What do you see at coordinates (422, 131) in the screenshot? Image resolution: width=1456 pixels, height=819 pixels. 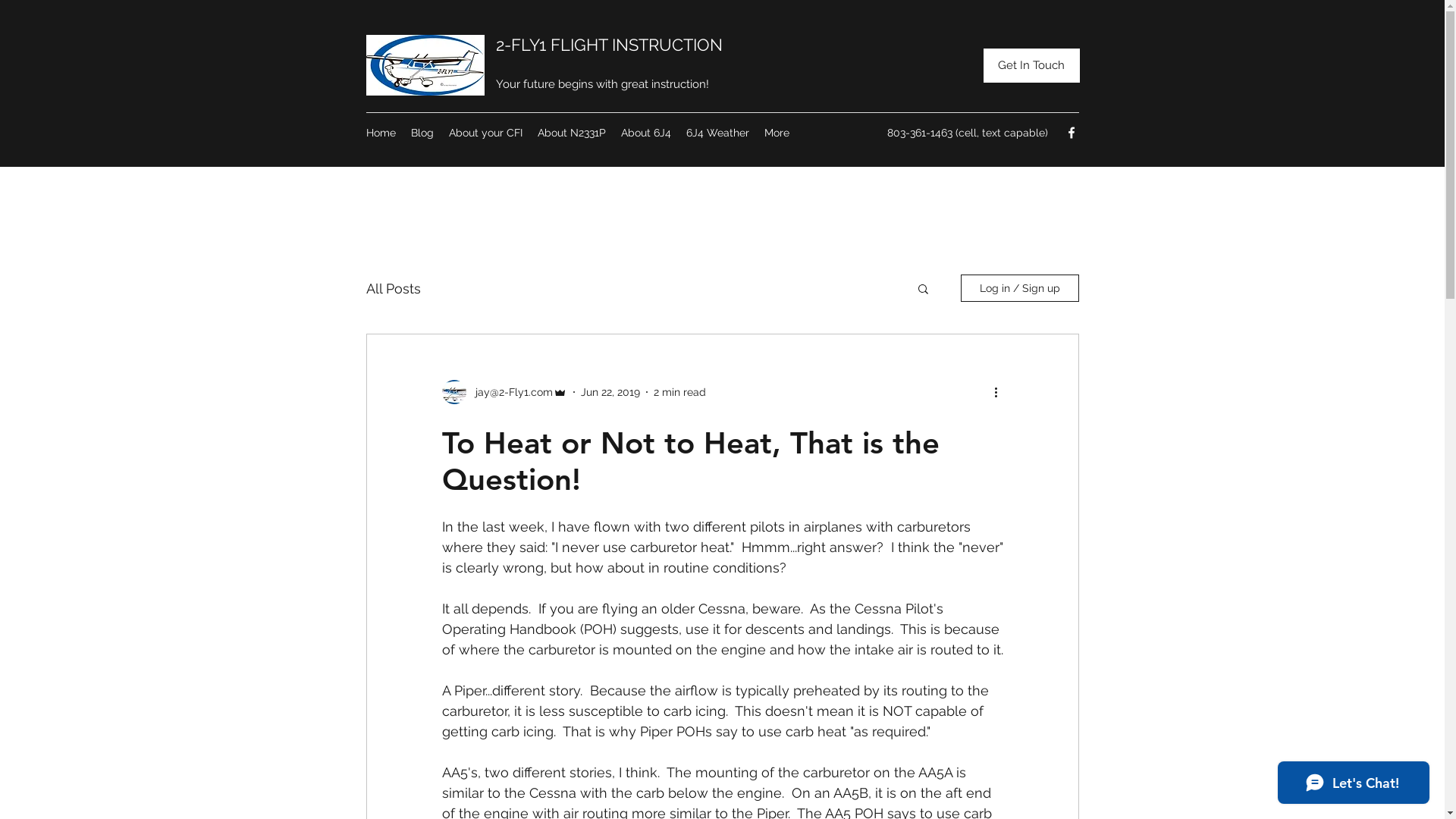 I see `'Blog'` at bounding box center [422, 131].